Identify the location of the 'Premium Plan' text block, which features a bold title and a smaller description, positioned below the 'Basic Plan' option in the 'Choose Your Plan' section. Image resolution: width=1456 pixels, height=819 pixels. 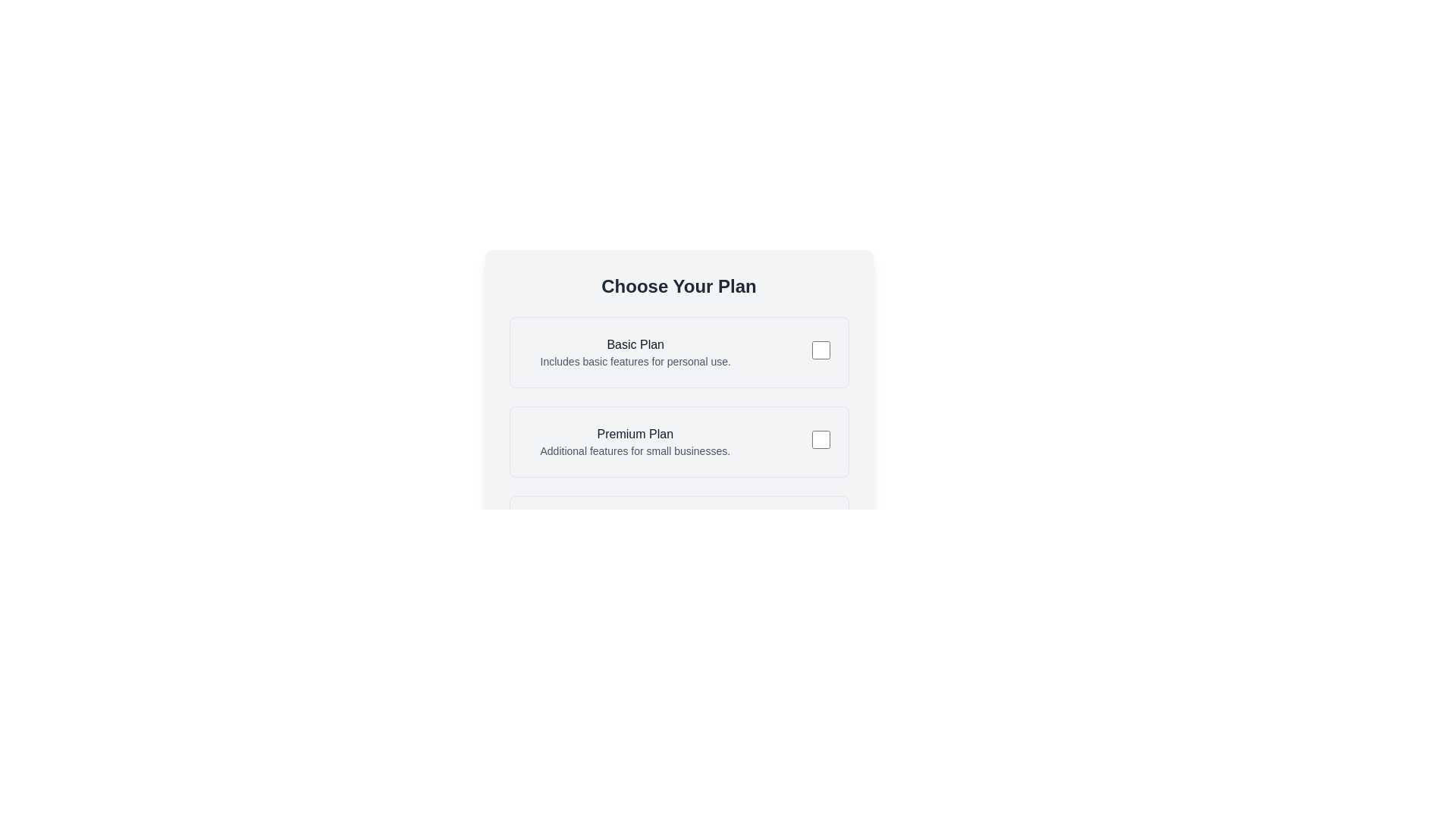
(629, 441).